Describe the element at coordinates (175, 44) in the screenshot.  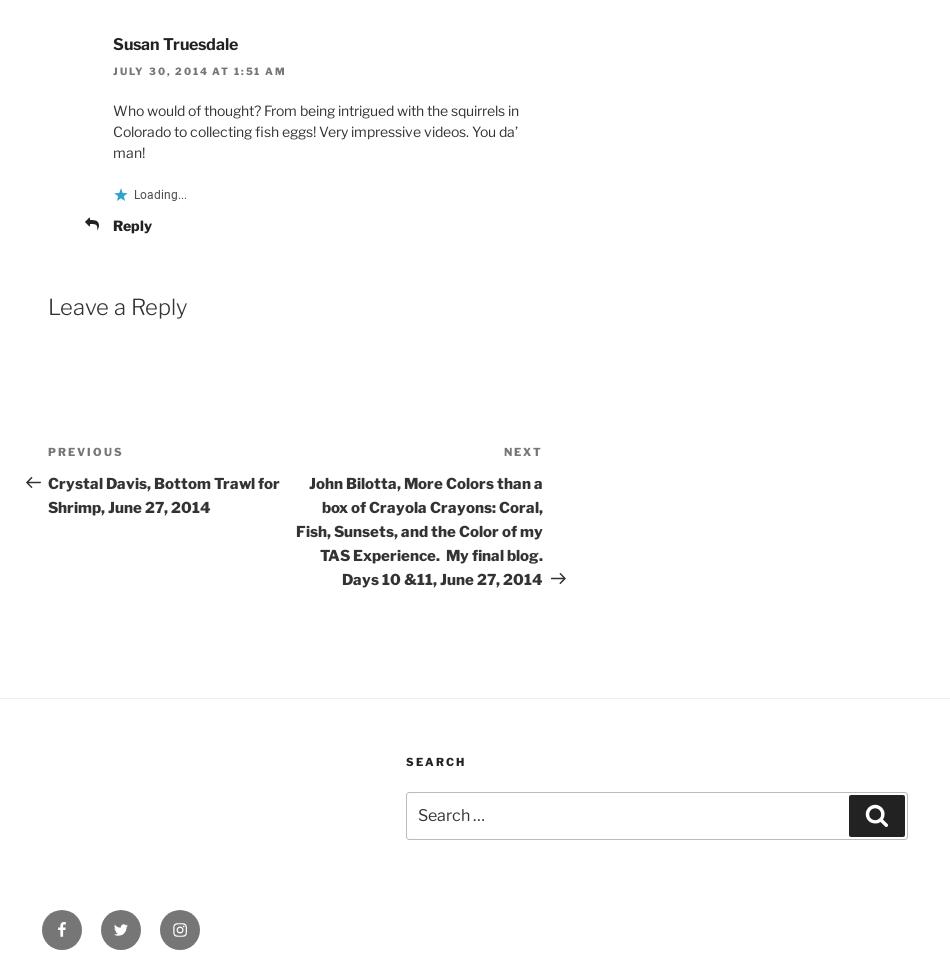
I see `'Susan Truesdale'` at that location.